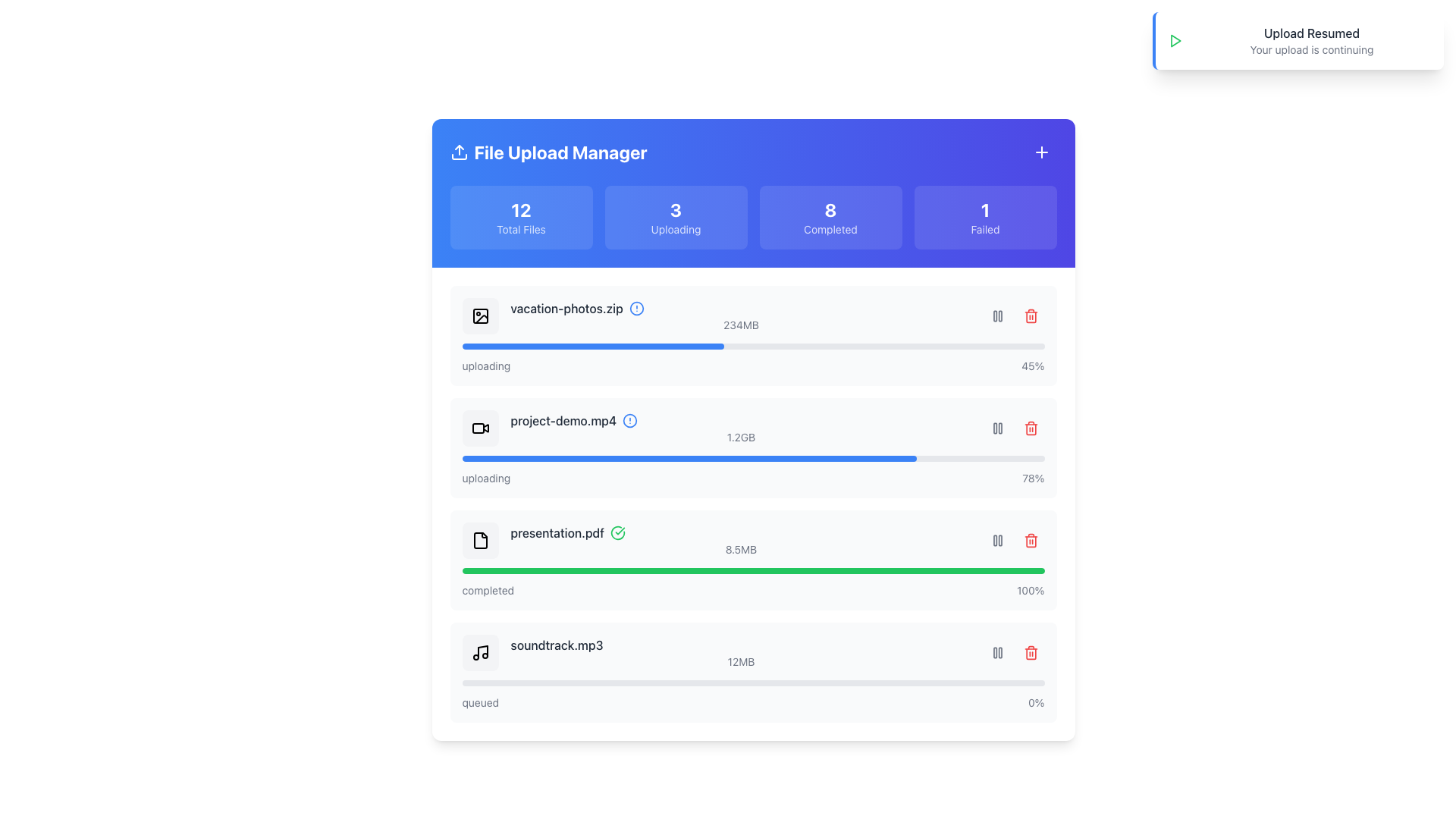 This screenshot has width=1456, height=819. Describe the element at coordinates (997, 315) in the screenshot. I see `the pause Icon button located to the right of the progress bar for the file entry labeled 'project-demo.mp4'` at that location.